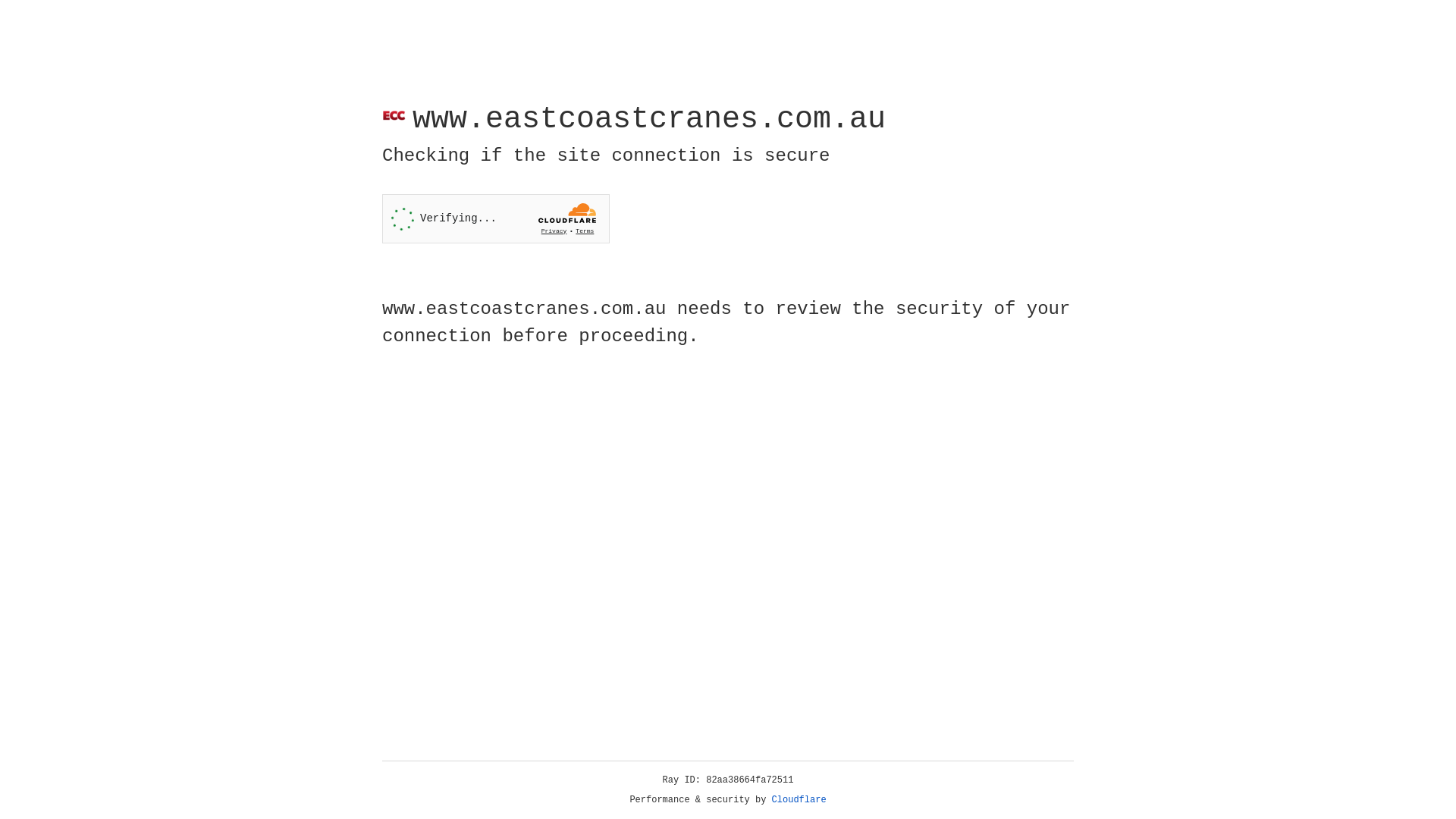 This screenshot has height=819, width=1456. What do you see at coordinates (799, 799) in the screenshot?
I see `'Cloudflare'` at bounding box center [799, 799].